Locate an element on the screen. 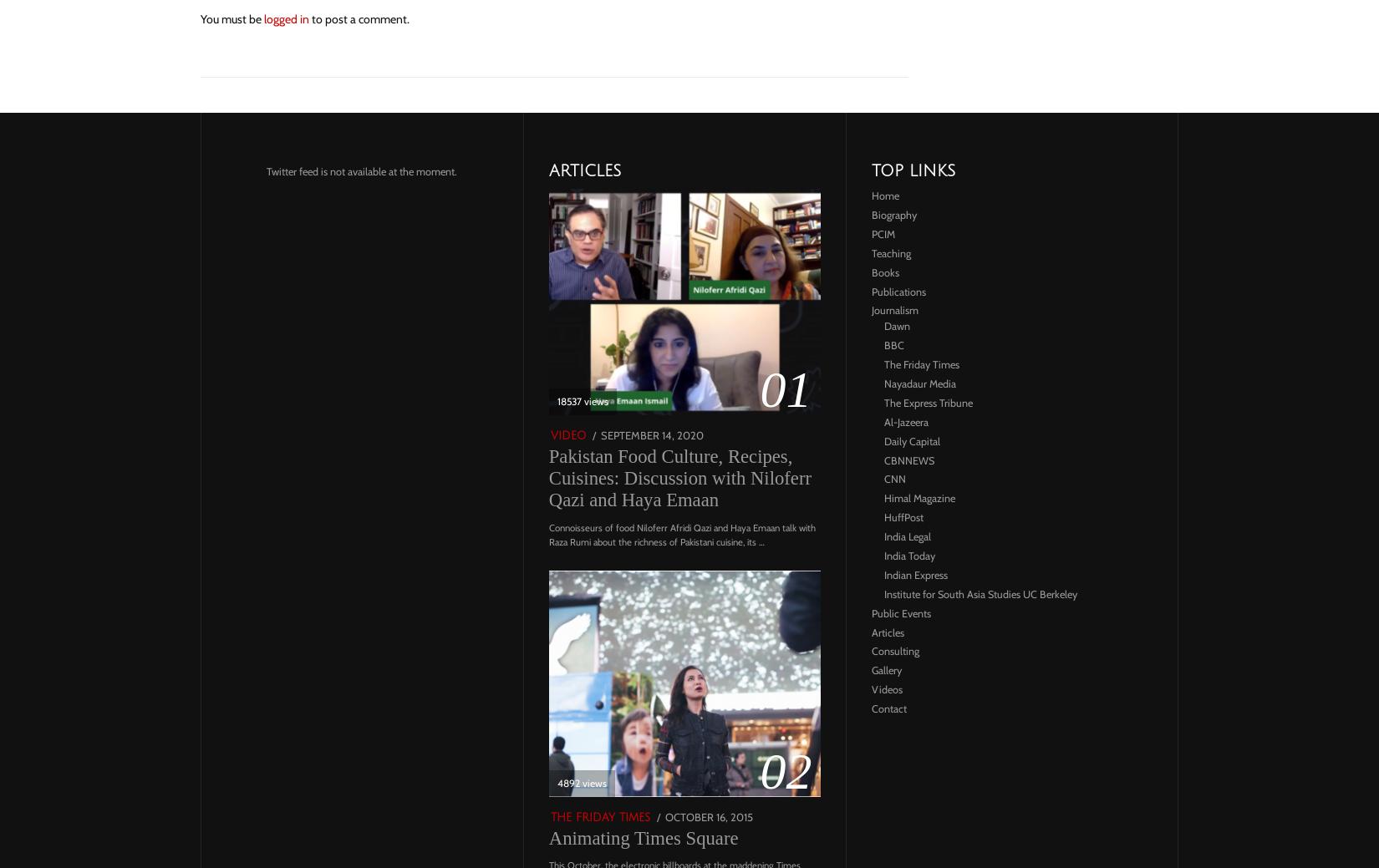 Image resolution: width=1379 pixels, height=868 pixels. 'CBNNEWS' is located at coordinates (908, 459).